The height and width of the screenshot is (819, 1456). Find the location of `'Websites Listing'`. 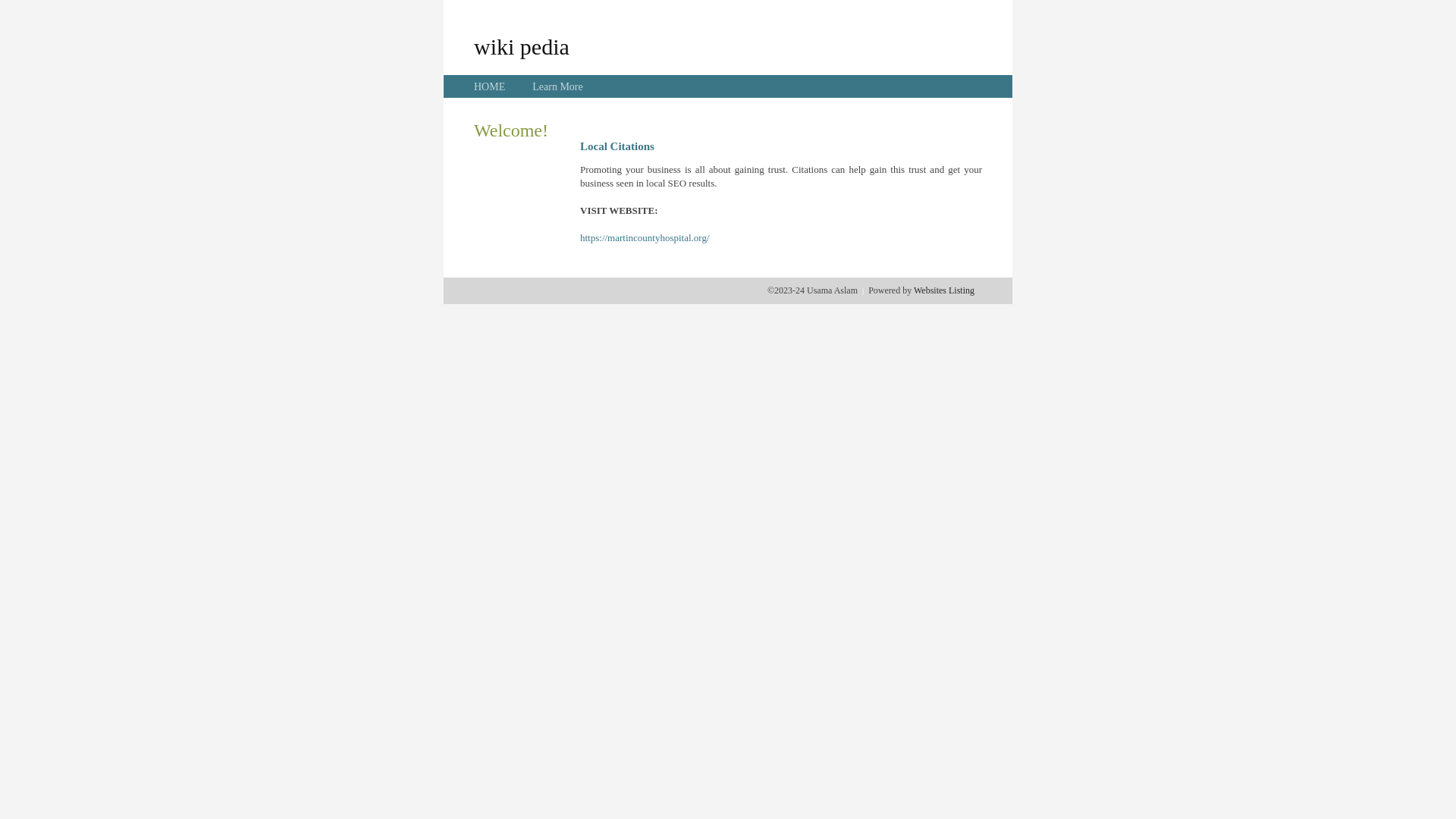

'Websites Listing' is located at coordinates (912, 290).